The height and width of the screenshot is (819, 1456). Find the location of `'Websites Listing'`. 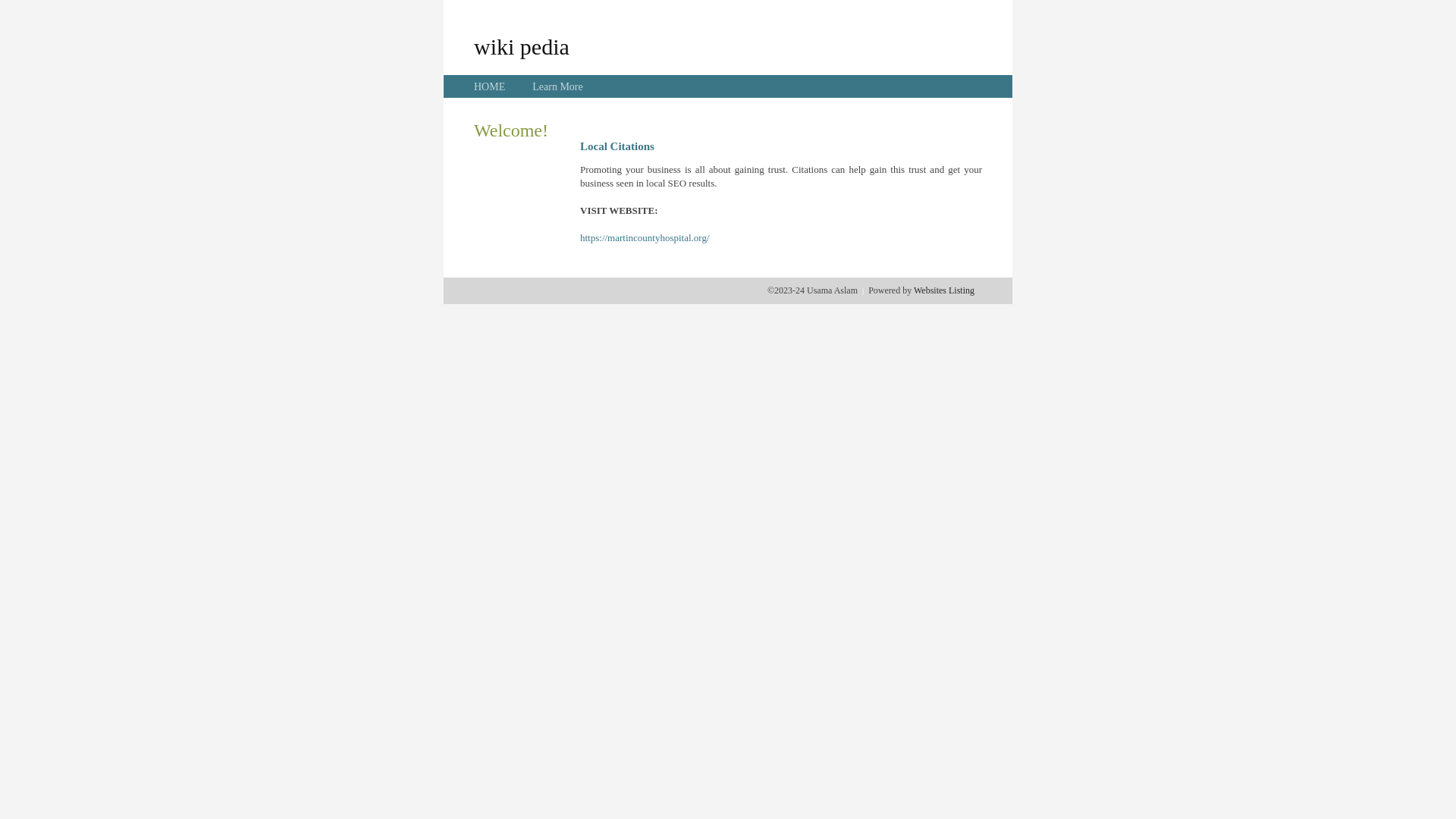

'Websites Listing' is located at coordinates (912, 290).